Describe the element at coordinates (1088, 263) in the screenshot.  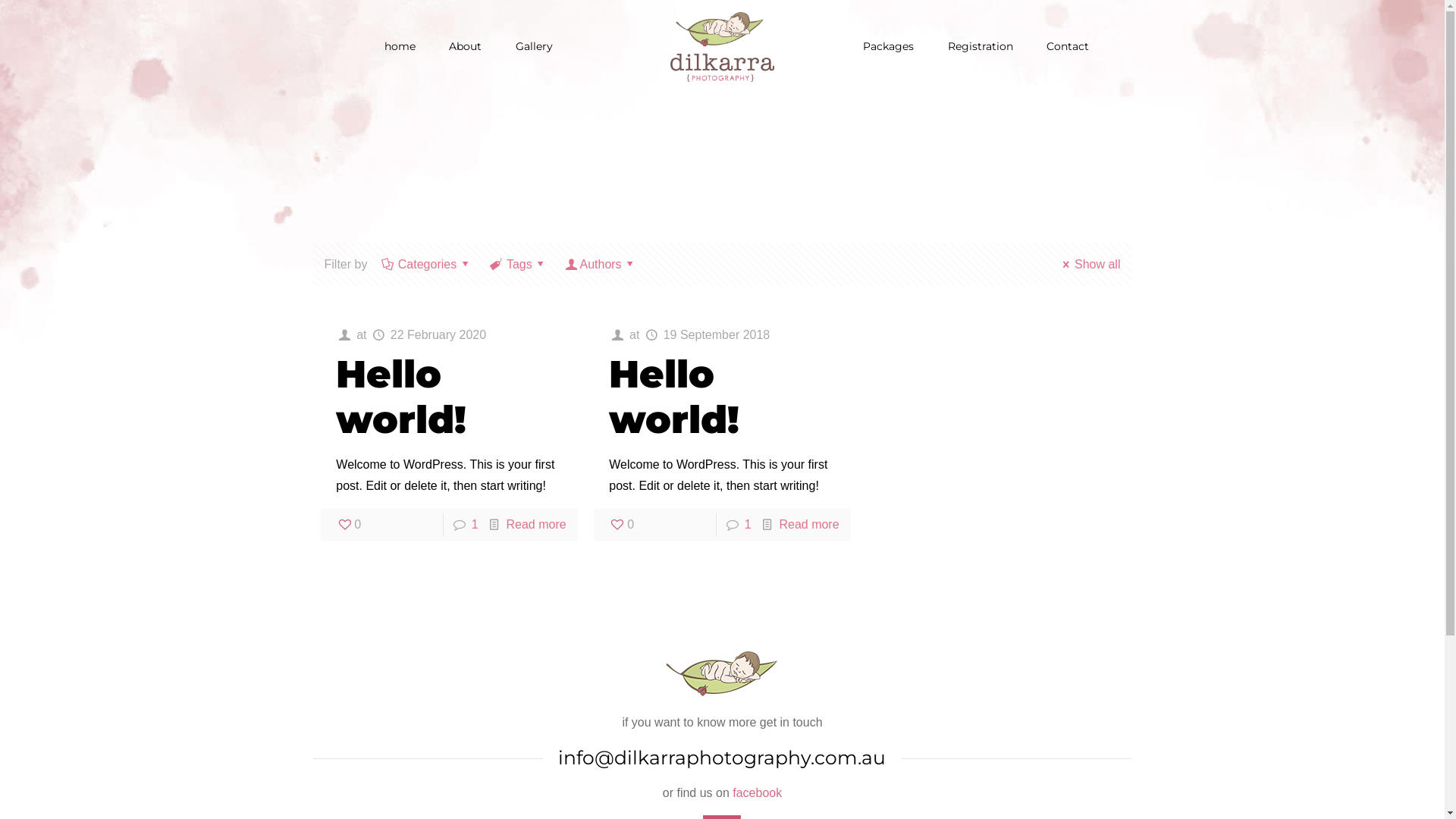
I see `'Show all'` at that location.